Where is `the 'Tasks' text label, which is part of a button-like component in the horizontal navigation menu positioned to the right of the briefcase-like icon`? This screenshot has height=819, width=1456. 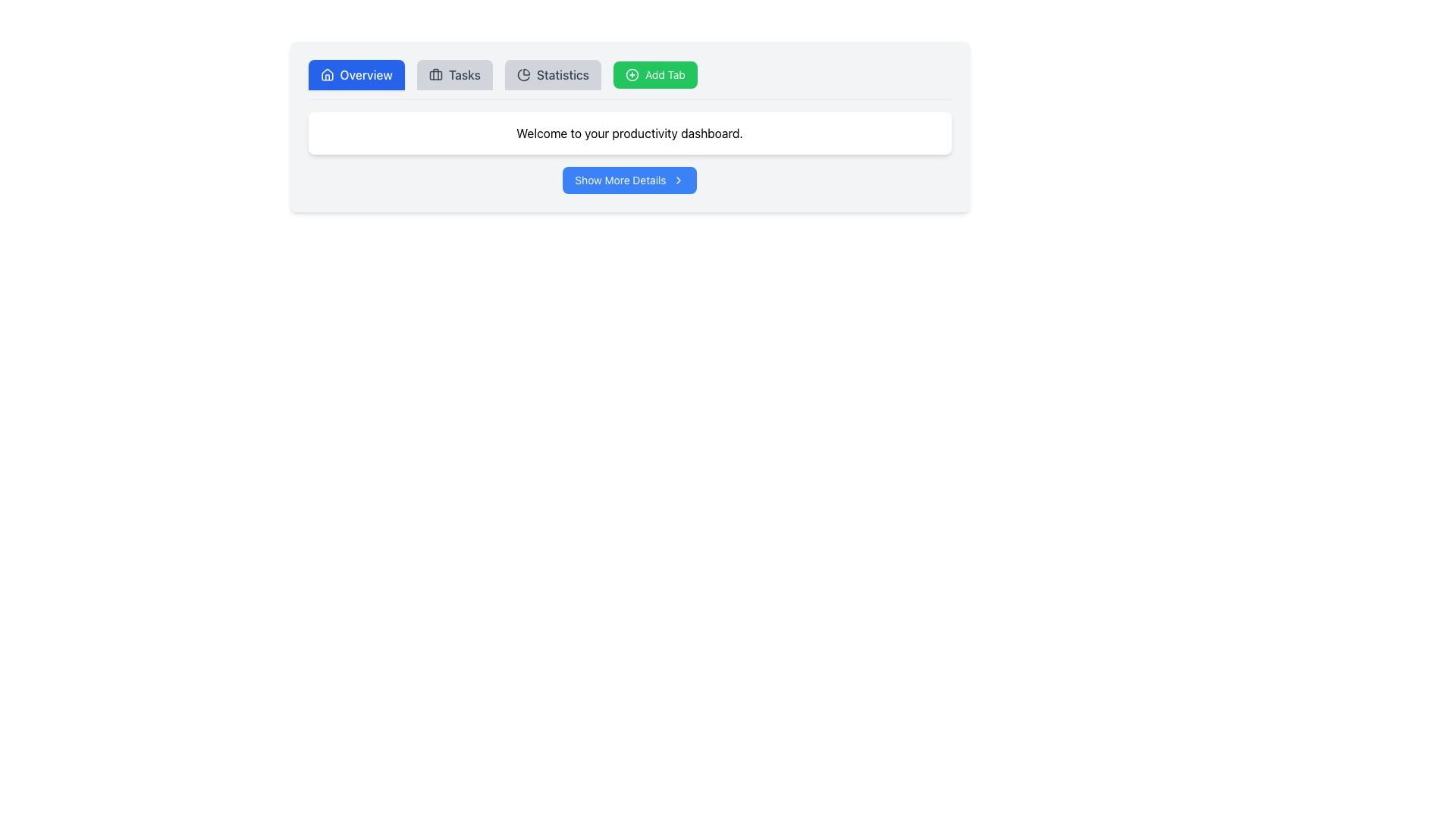
the 'Tasks' text label, which is part of a button-like component in the horizontal navigation menu positioned to the right of the briefcase-like icon is located at coordinates (463, 75).